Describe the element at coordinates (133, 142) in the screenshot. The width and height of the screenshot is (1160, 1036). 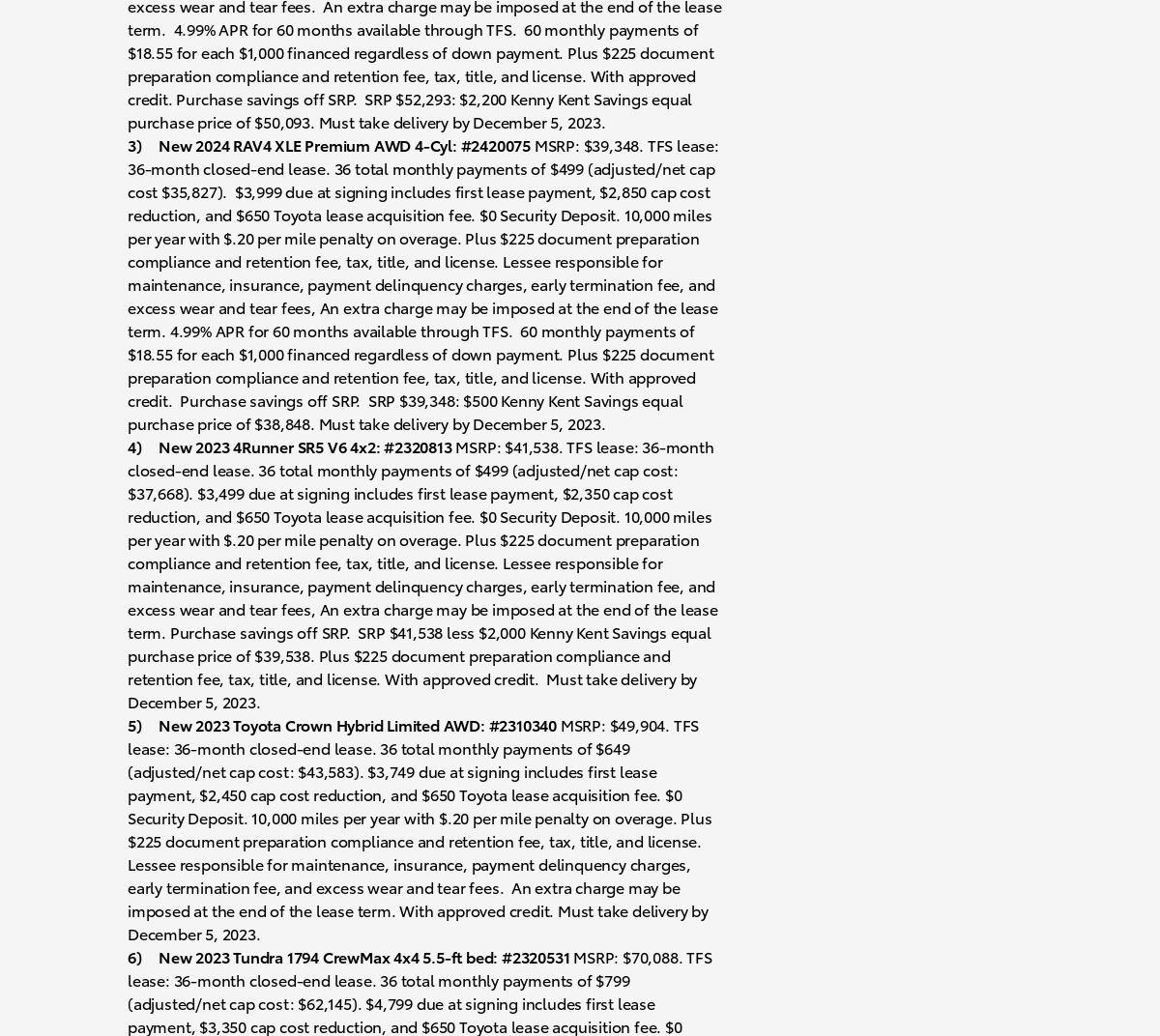
I see `'3)'` at that location.